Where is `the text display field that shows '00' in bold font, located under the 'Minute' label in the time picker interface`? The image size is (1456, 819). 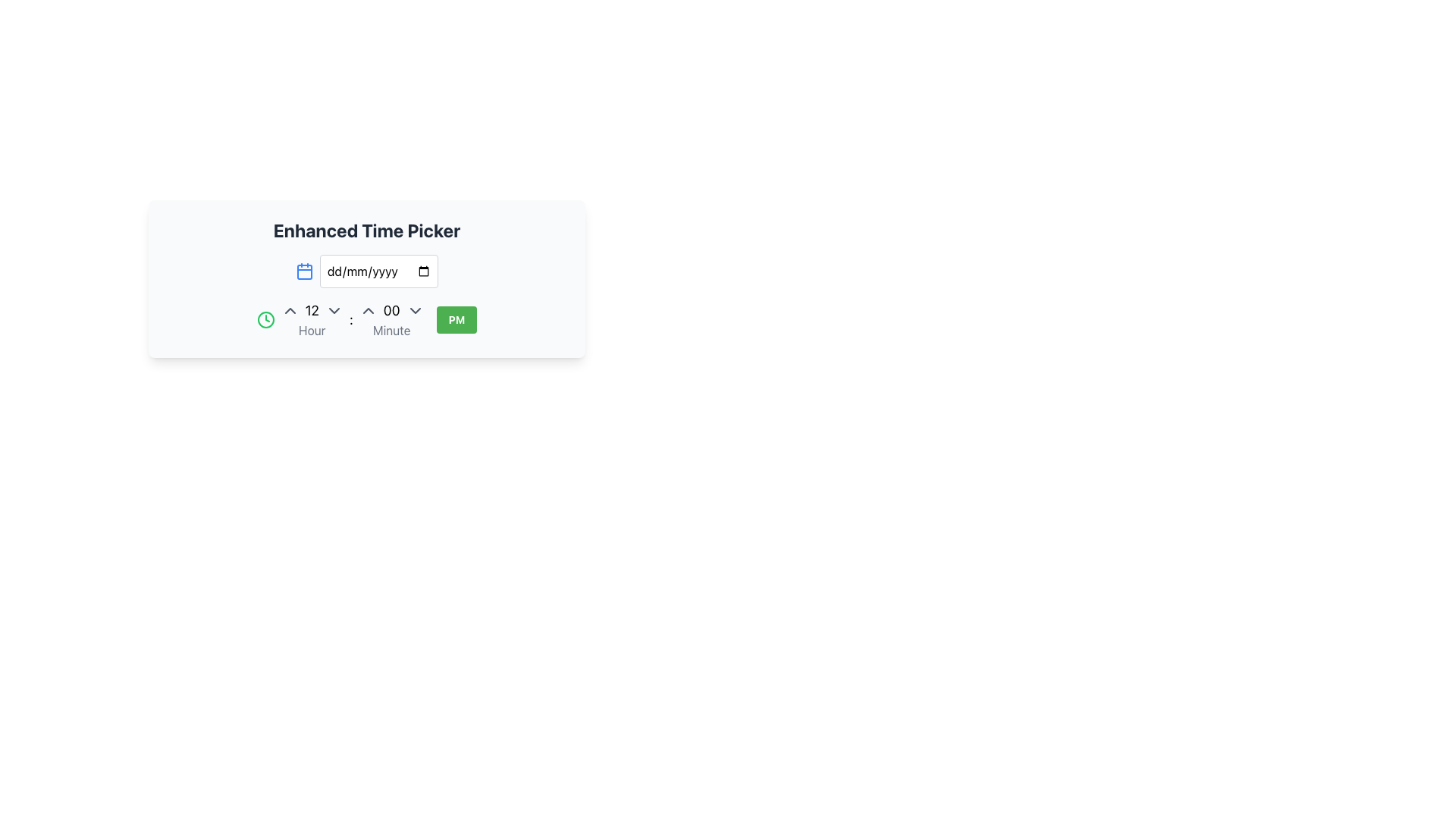 the text display field that shows '00' in bold font, located under the 'Minute' label in the time picker interface is located at coordinates (391, 309).